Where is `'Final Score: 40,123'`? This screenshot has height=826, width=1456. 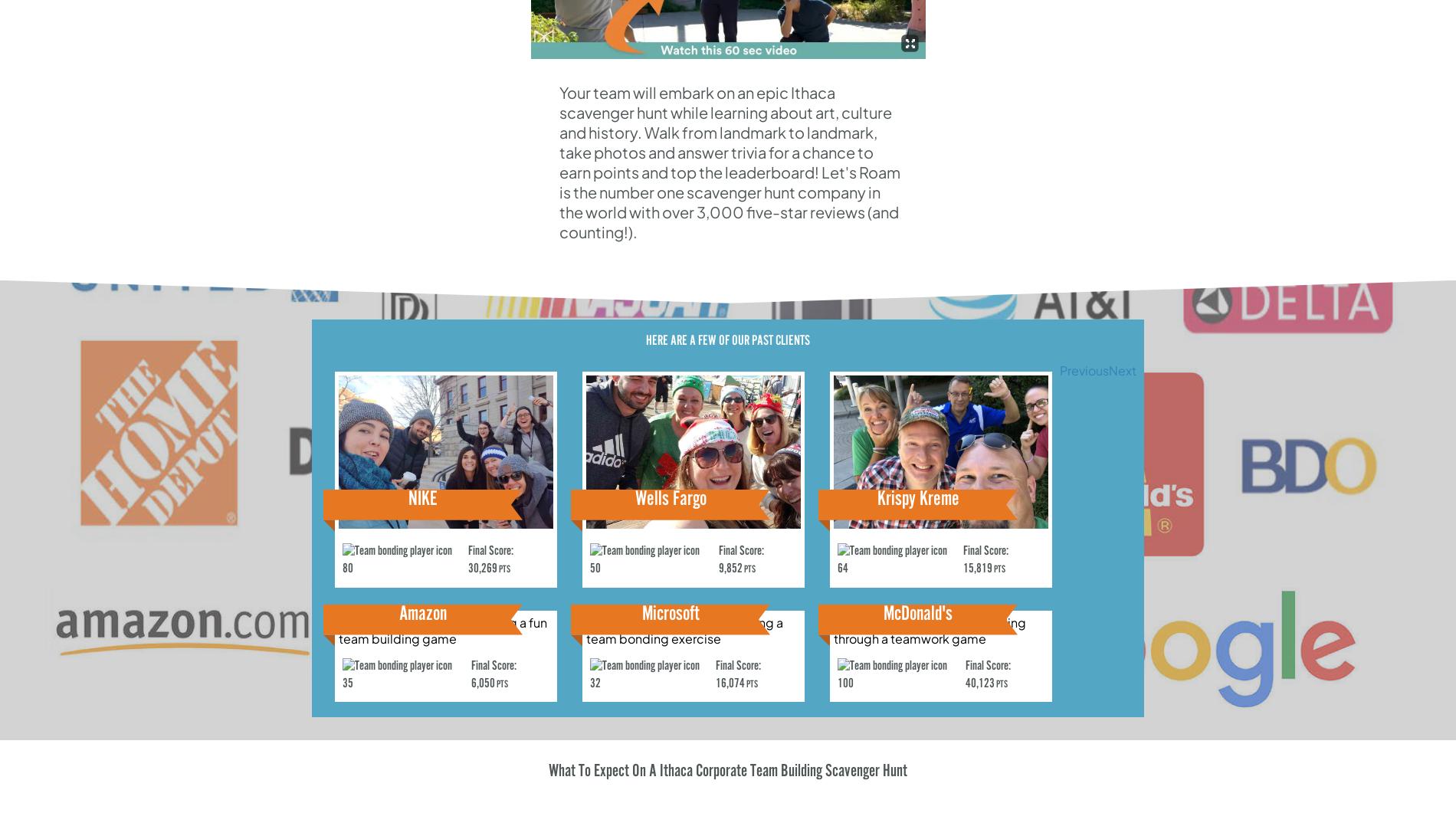
'Final Score: 40,123' is located at coordinates (965, 674).